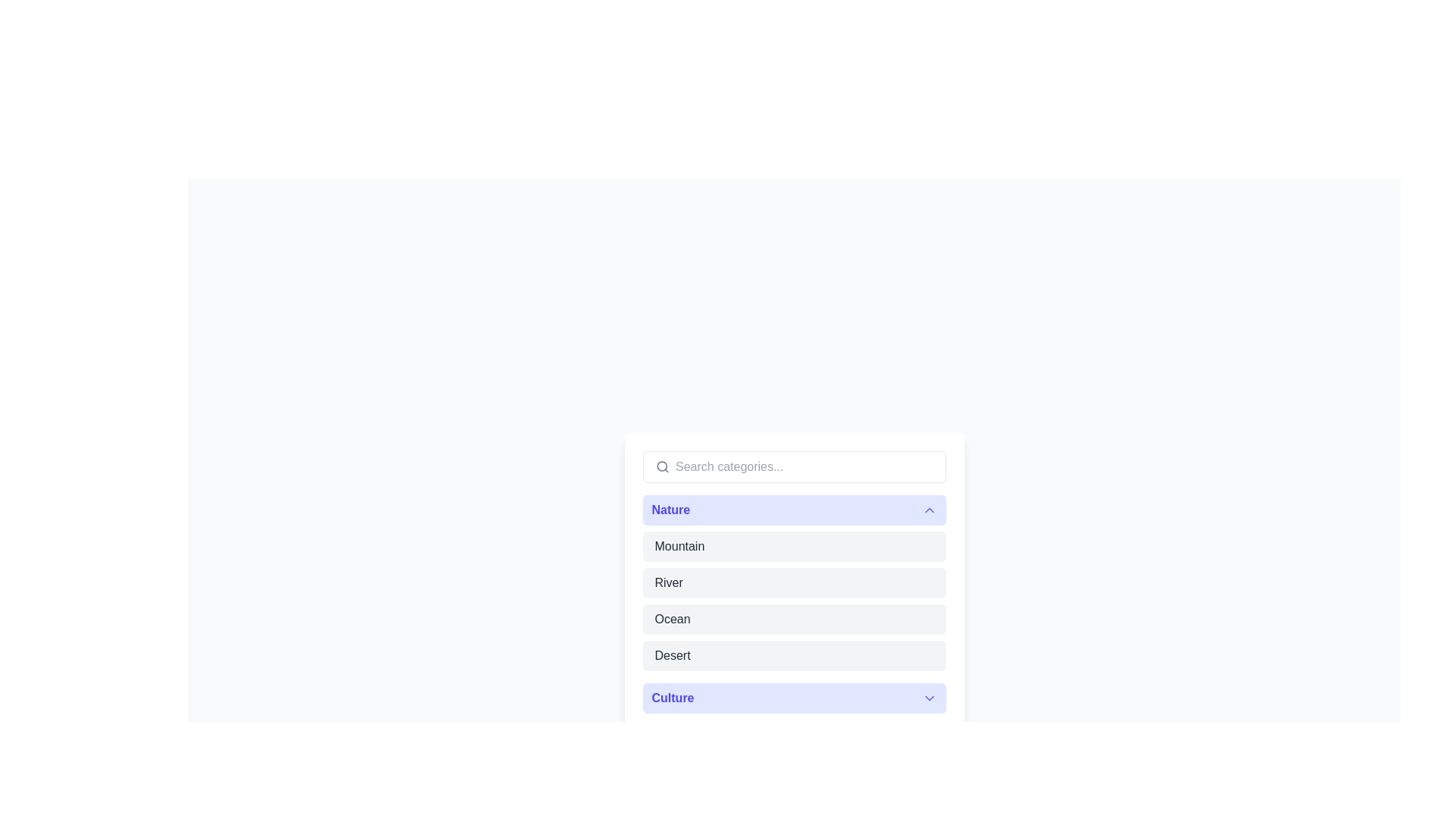 This screenshot has height=819, width=1456. What do you see at coordinates (679, 547) in the screenshot?
I see `the 'Mountain' category text label located in the dropdown menu under the header 'Nature'` at bounding box center [679, 547].